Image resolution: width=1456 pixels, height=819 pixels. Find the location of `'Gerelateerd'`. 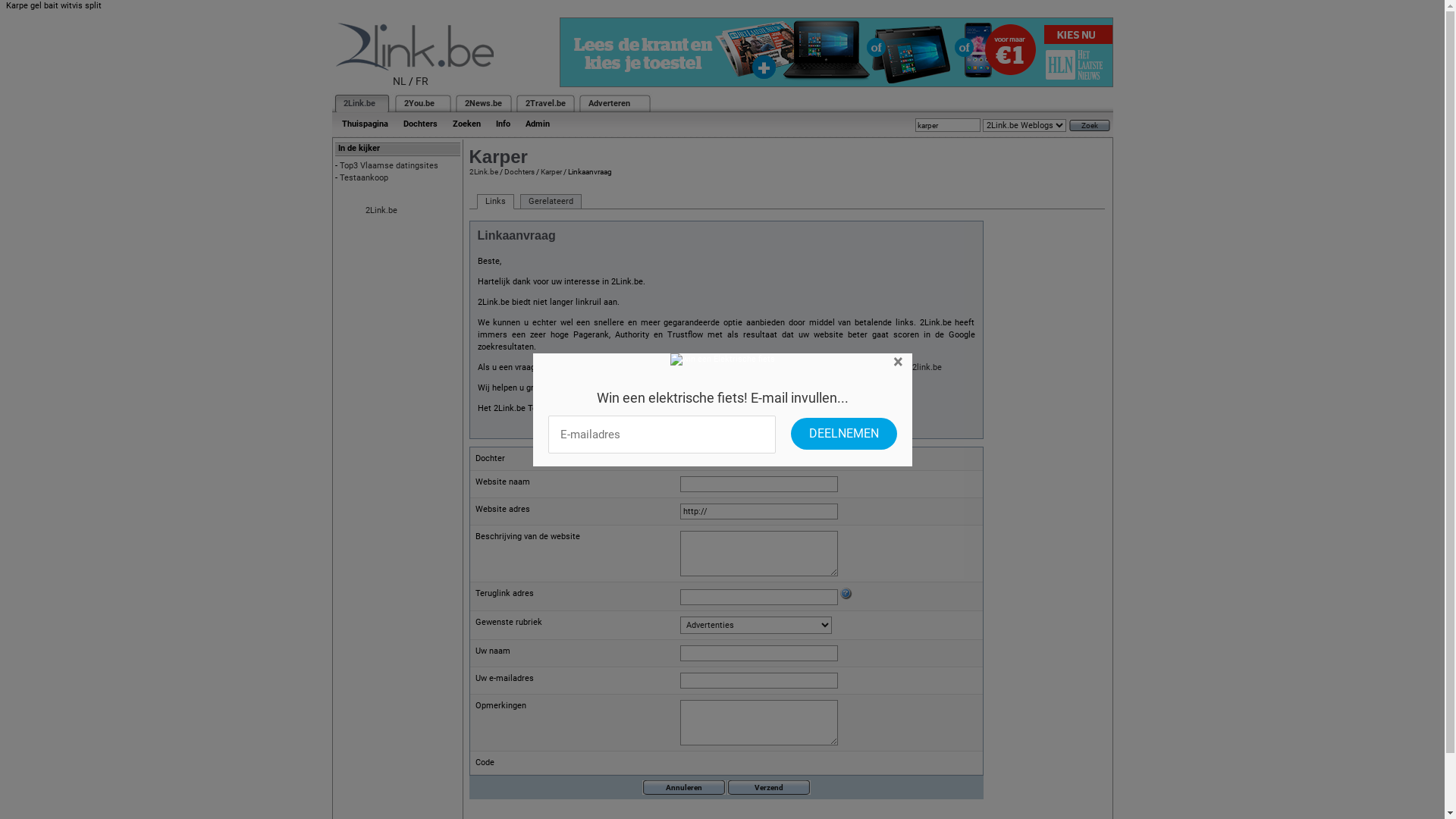

'Gerelateerd' is located at coordinates (550, 201).